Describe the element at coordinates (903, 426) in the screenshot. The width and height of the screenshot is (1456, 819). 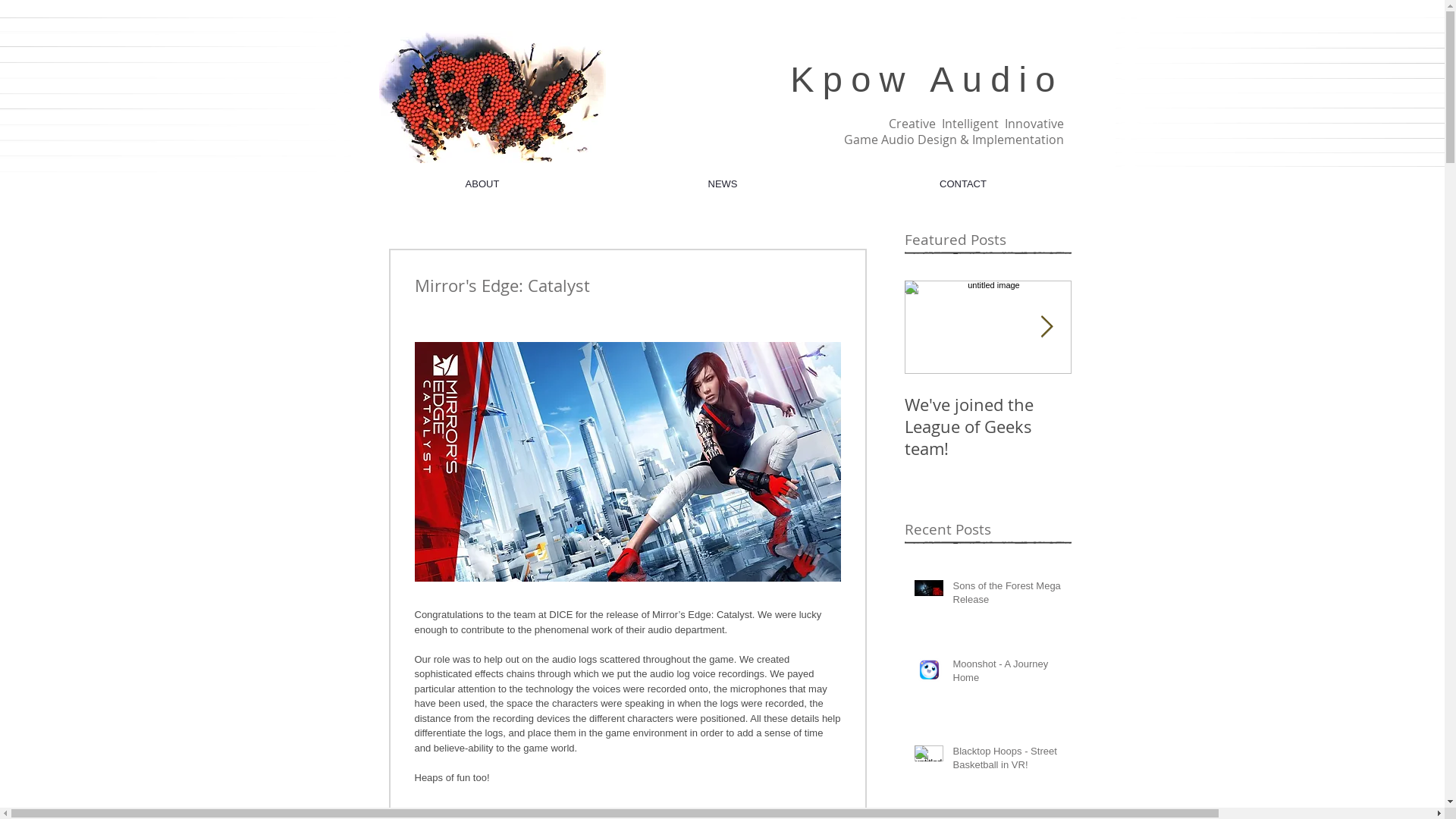
I see `'We've joined the League of Geeks team!'` at that location.